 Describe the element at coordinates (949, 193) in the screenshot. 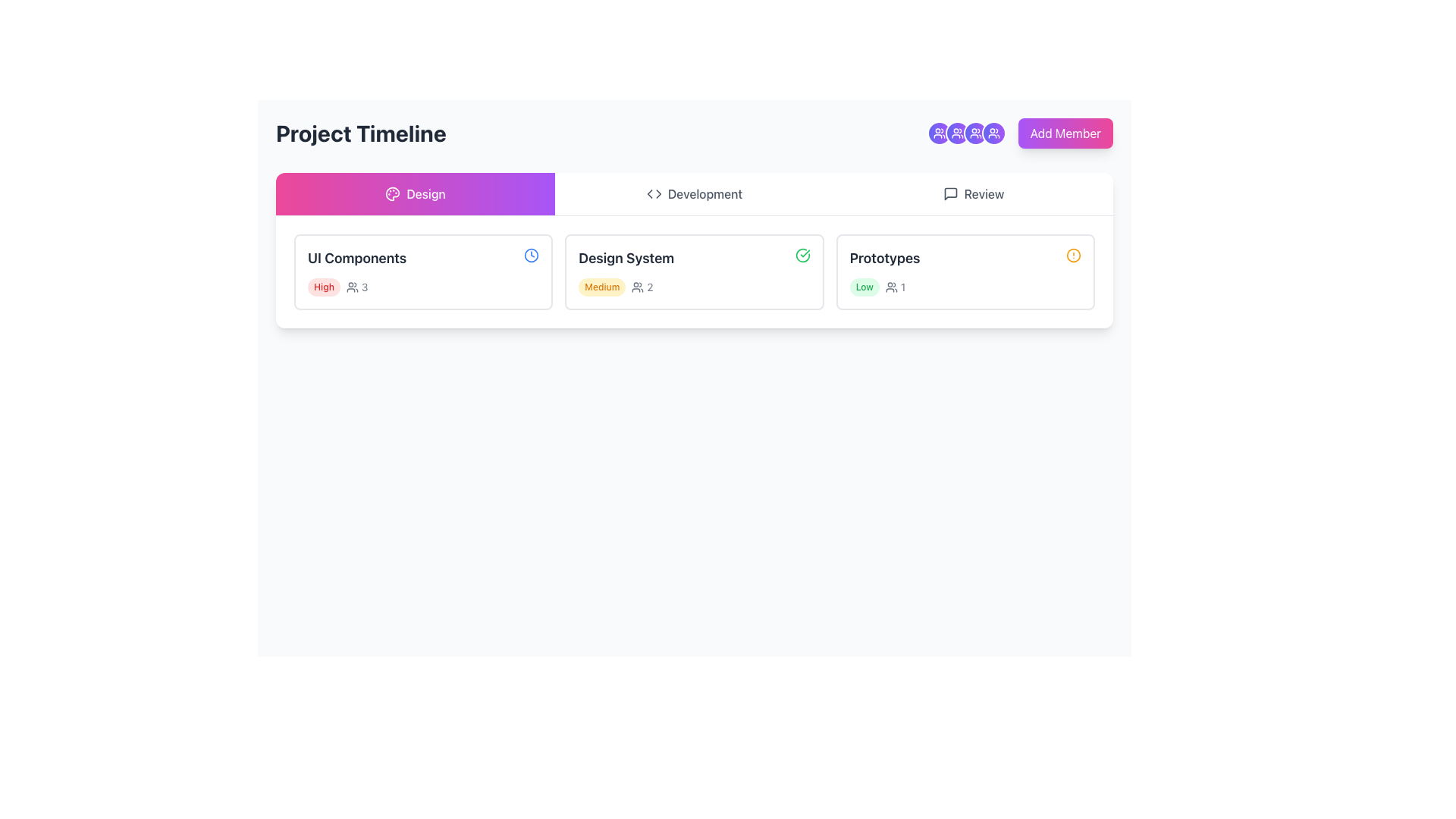

I see `the square speech bubble icon representing messages or comments, located near the top right of the interface, associated with the 'Review' tab heading` at that location.